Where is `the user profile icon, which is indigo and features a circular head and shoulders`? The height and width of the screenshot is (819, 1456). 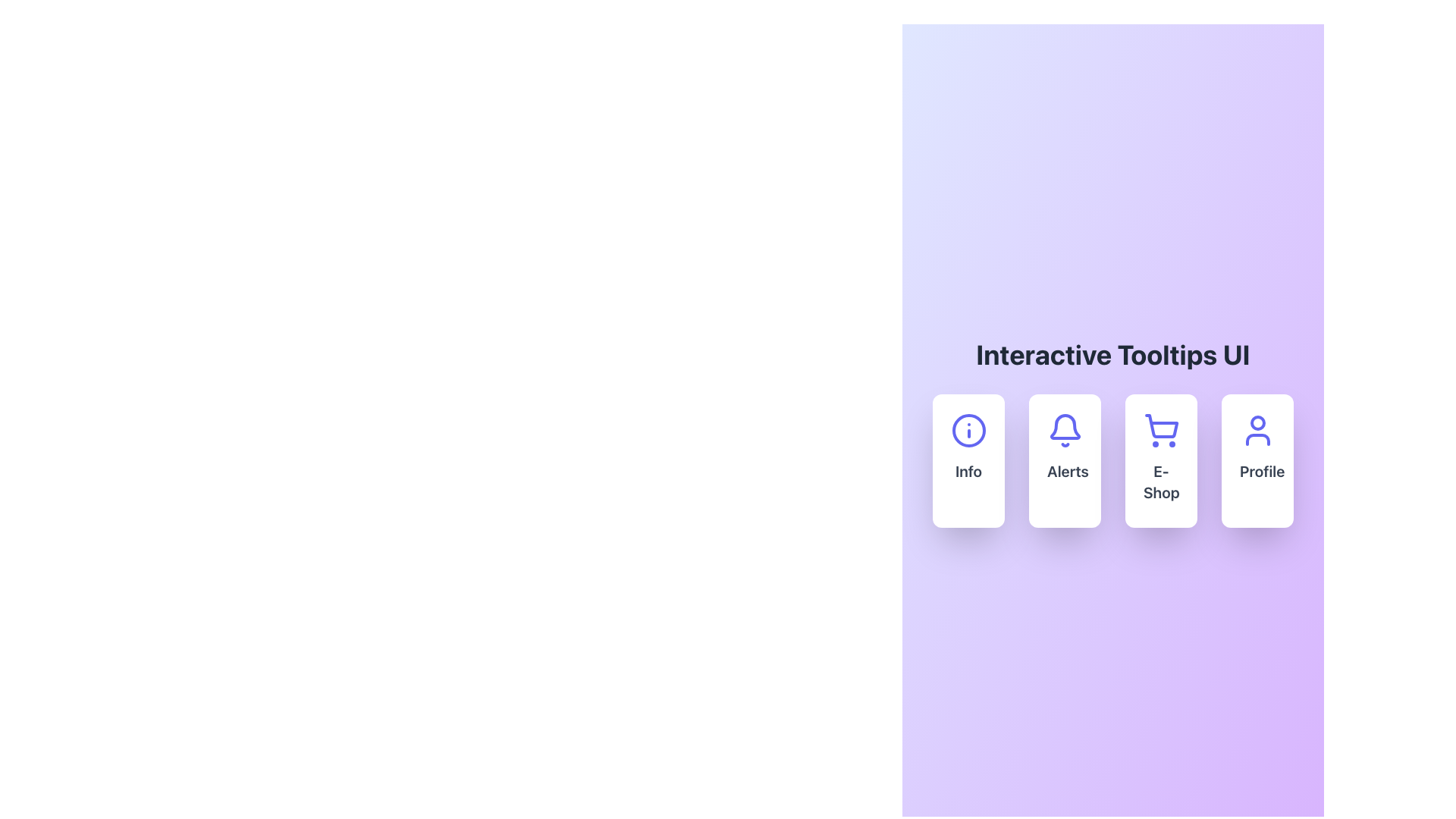 the user profile icon, which is indigo and features a circular head and shoulders is located at coordinates (1258, 430).